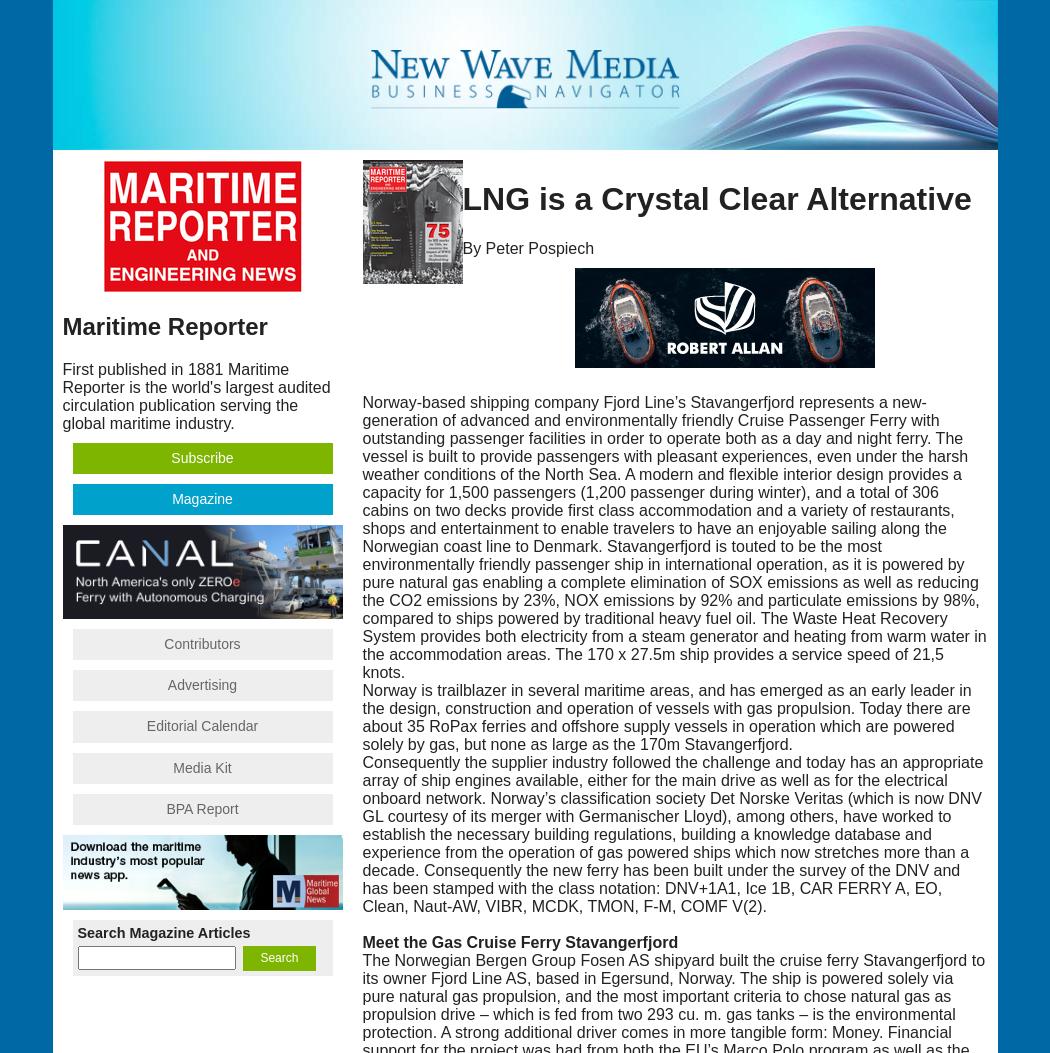 The image size is (1050, 1053). Describe the element at coordinates (528, 246) in the screenshot. I see `'By Peter Pospiech'` at that location.